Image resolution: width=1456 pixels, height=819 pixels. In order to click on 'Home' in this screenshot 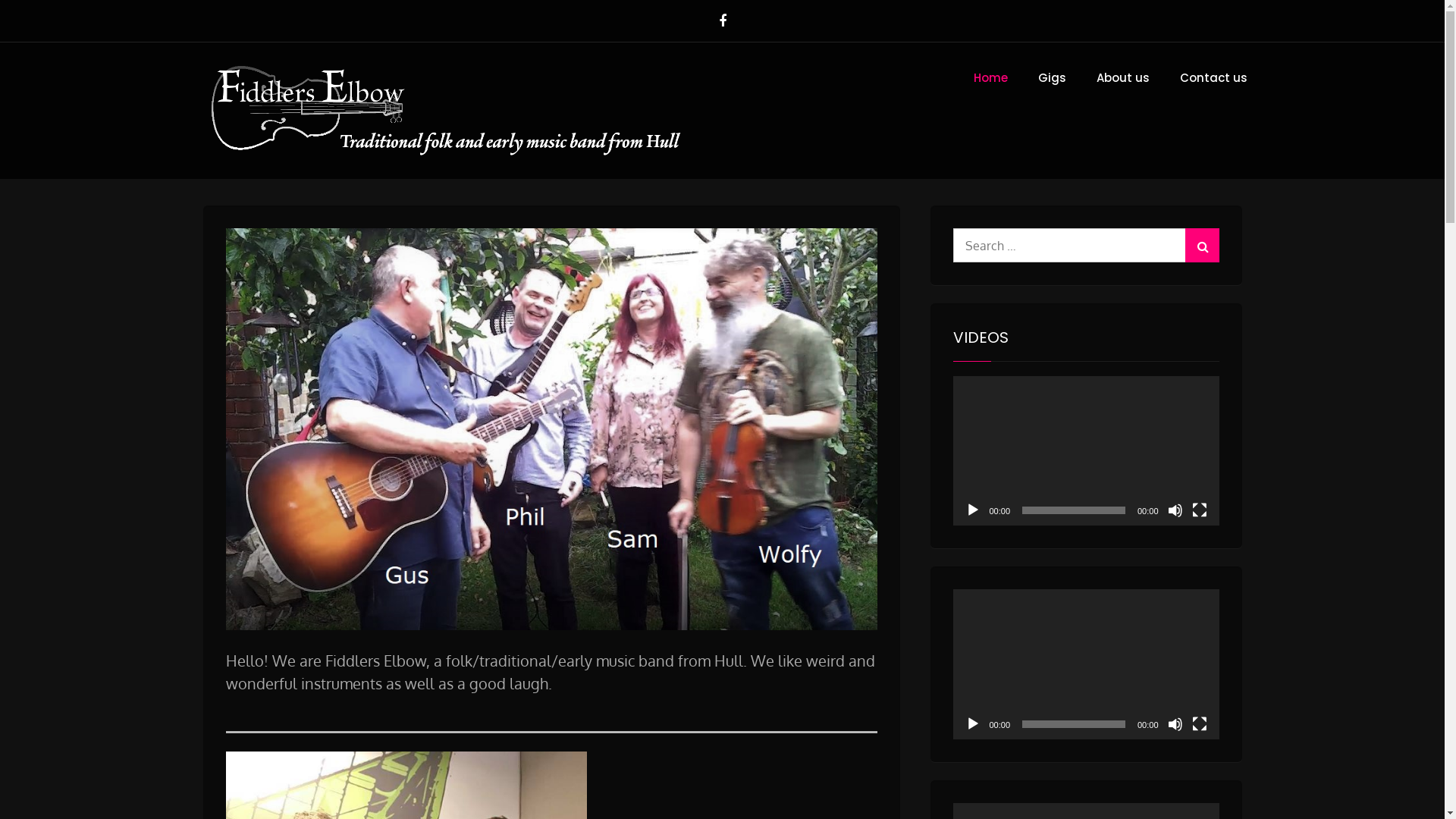, I will do `click(959, 78)`.